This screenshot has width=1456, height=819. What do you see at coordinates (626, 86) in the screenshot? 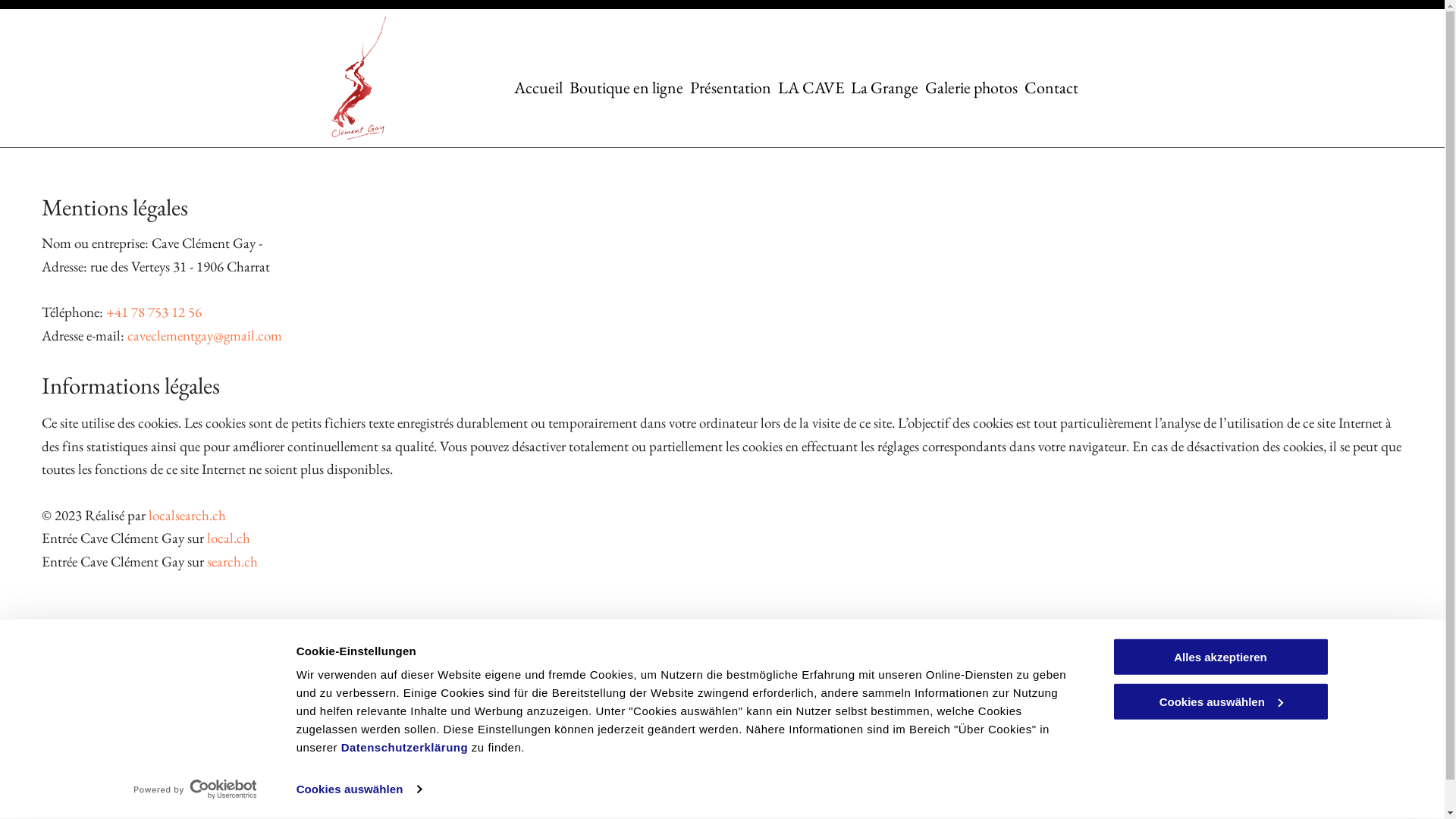
I see `'Boutique en ligne'` at bounding box center [626, 86].